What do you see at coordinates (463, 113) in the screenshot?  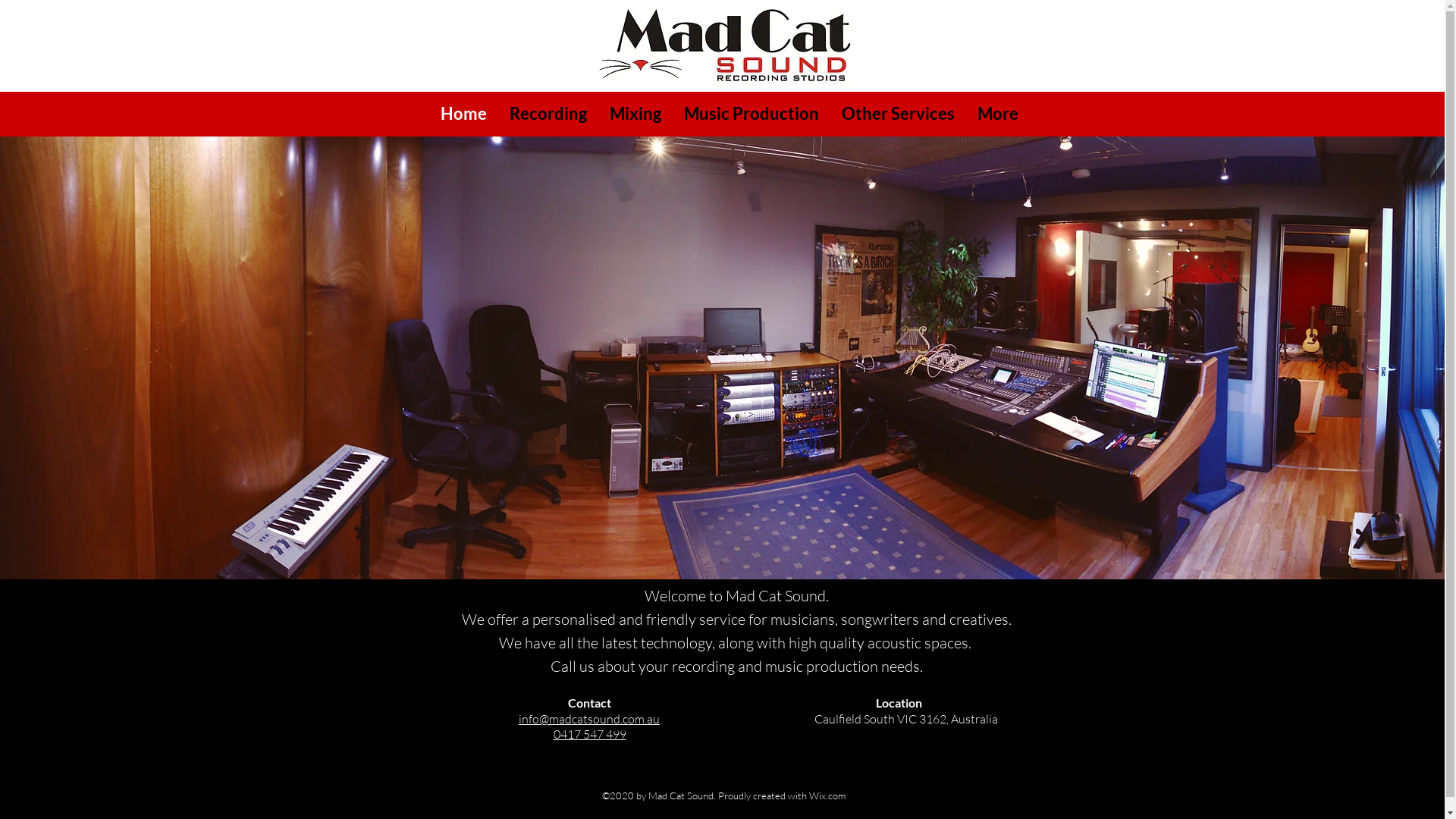 I see `'Home'` at bounding box center [463, 113].